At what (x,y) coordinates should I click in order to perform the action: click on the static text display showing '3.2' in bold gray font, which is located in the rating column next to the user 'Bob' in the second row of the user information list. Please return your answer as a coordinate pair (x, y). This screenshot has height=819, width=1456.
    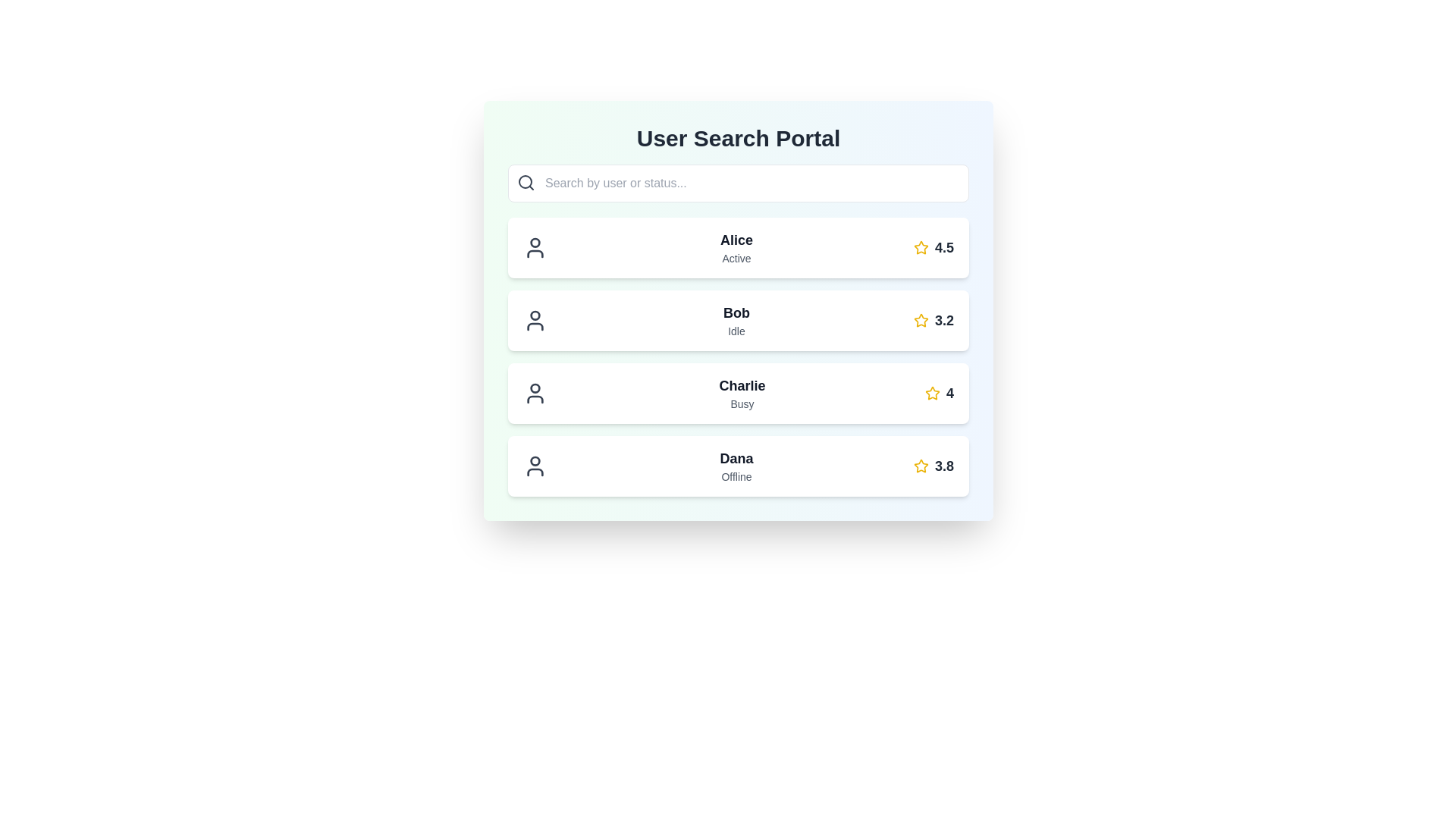
    Looking at the image, I should click on (943, 320).